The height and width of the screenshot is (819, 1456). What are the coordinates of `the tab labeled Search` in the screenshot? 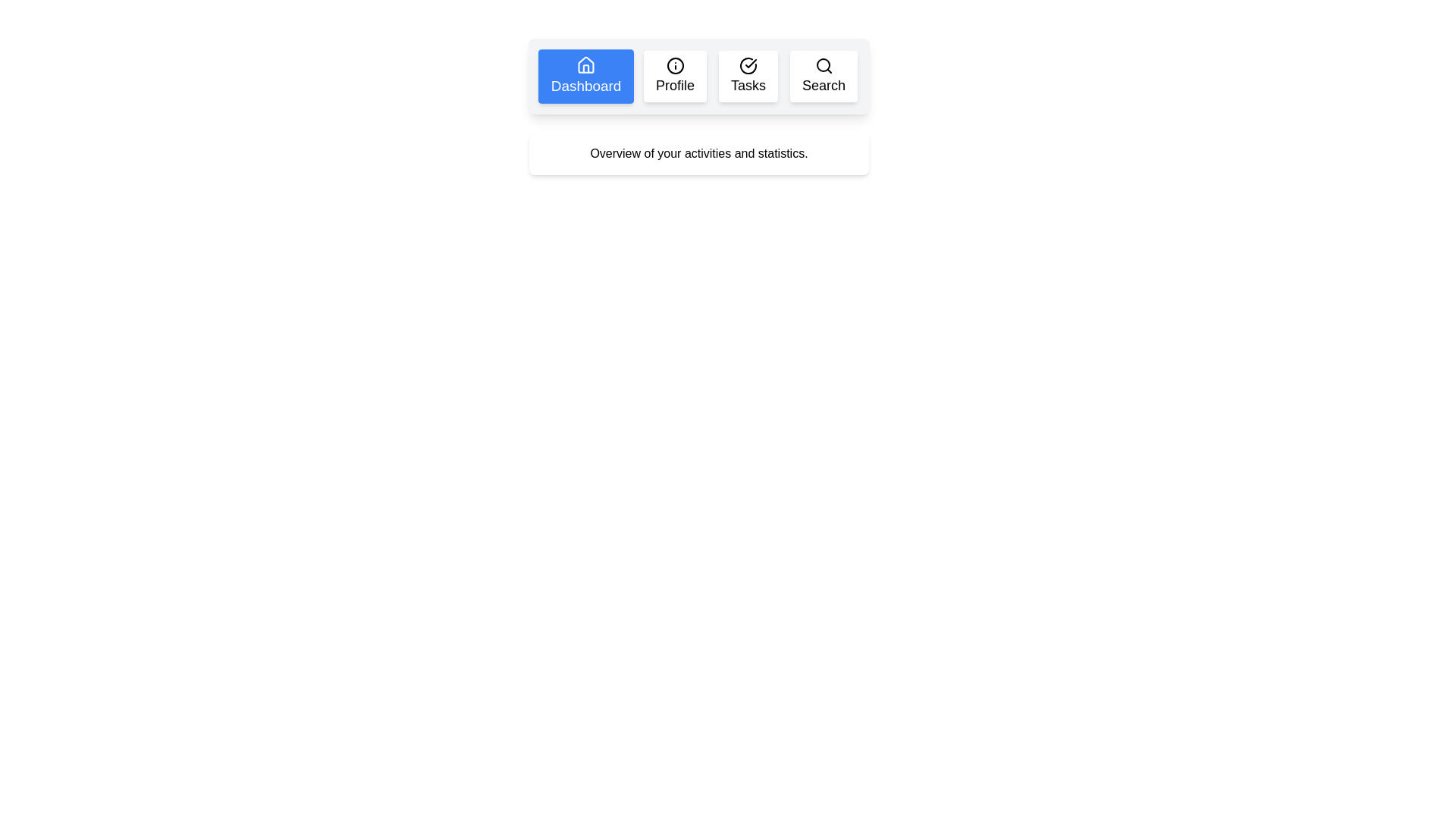 It's located at (823, 76).